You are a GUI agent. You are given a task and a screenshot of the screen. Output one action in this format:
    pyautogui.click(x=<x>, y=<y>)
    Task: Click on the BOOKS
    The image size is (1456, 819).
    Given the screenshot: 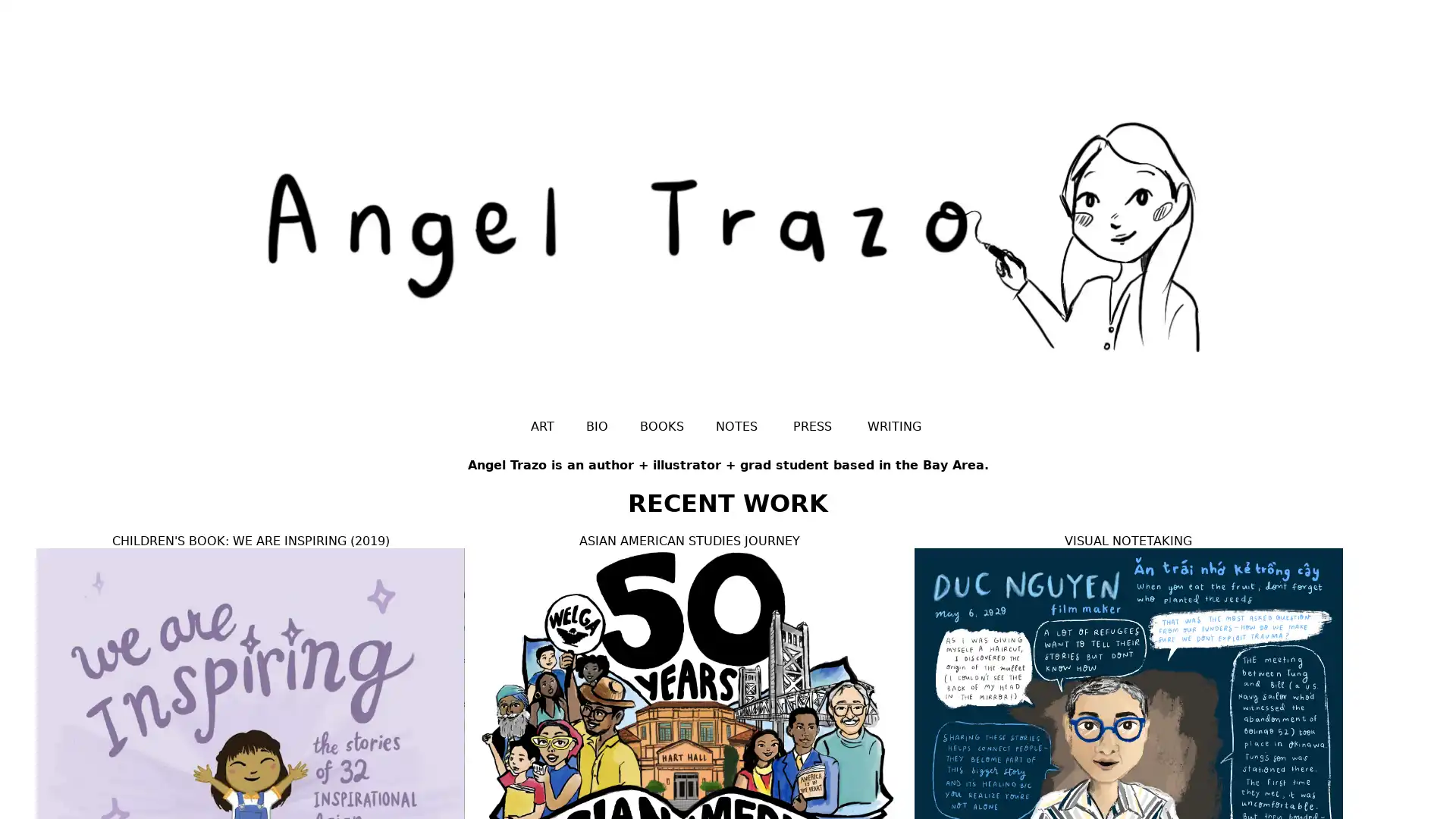 What is the action you would take?
    pyautogui.click(x=662, y=426)
    